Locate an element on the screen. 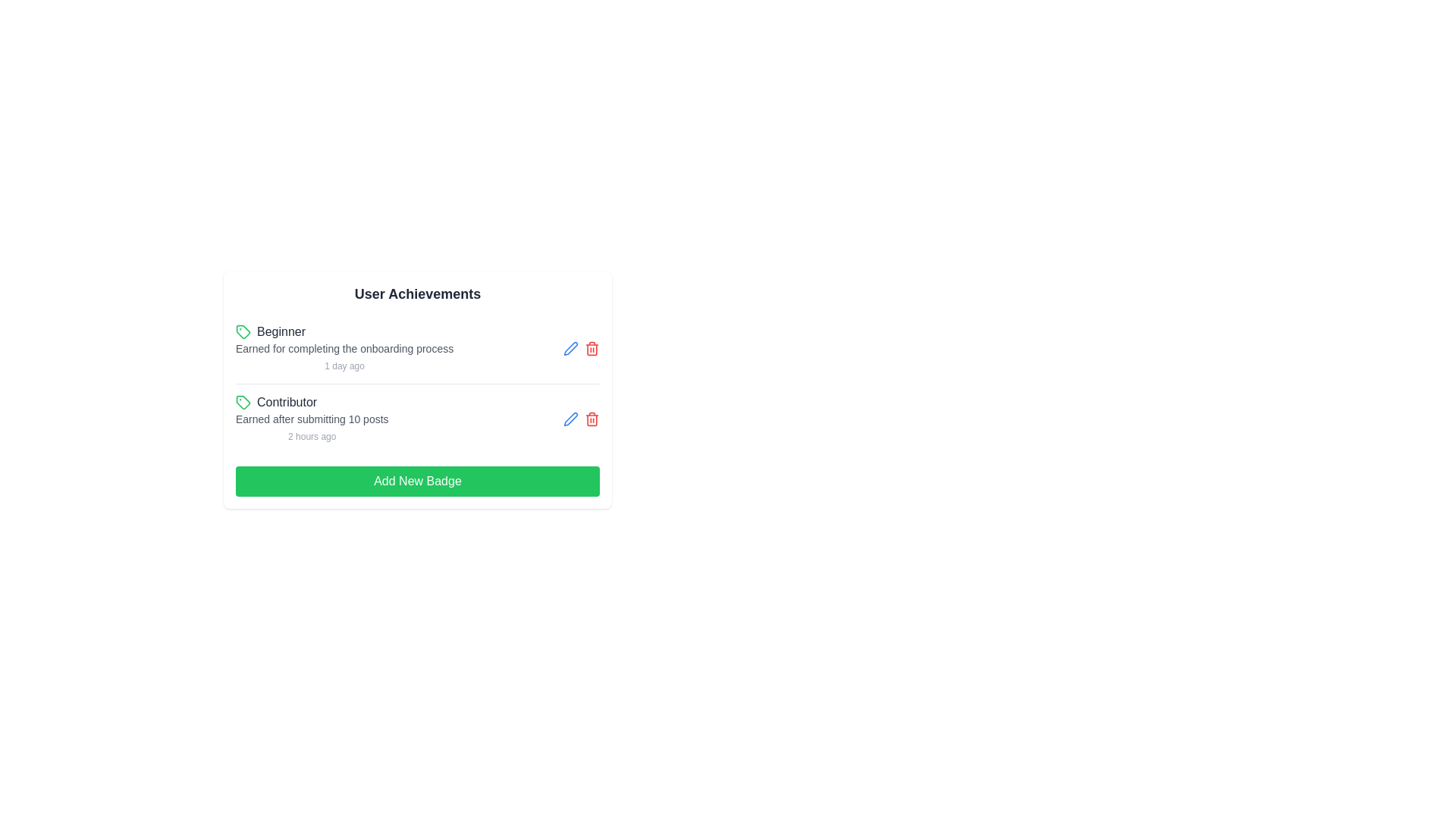  the text label displaying '1 day ago', which is styled as small gray font indicating a timestamp, located at the bottom right corner of the achievement section labeled 'Beginner' is located at coordinates (344, 366).